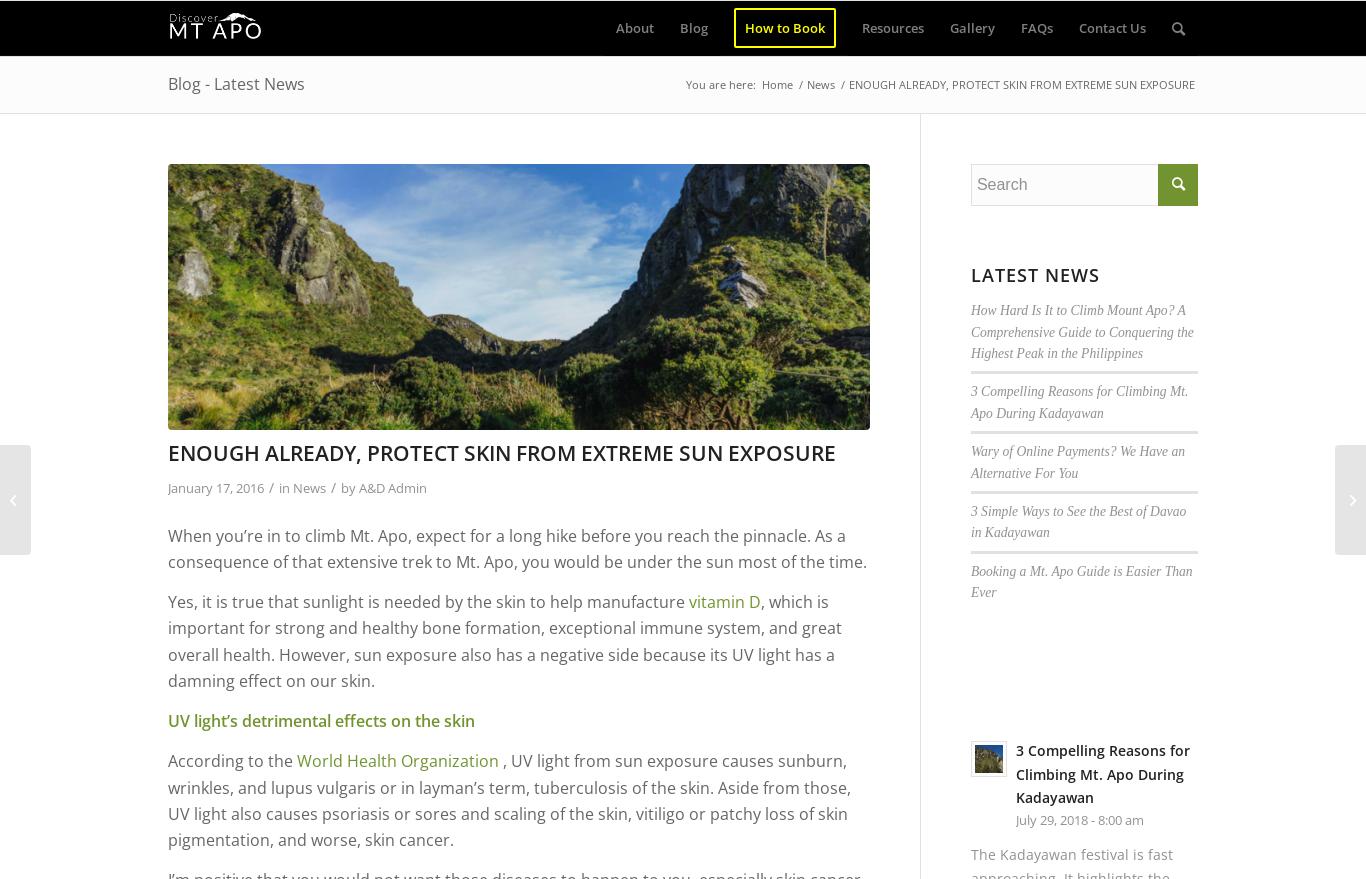 The height and width of the screenshot is (879, 1366). I want to click on 'Latest News', so click(969, 272).